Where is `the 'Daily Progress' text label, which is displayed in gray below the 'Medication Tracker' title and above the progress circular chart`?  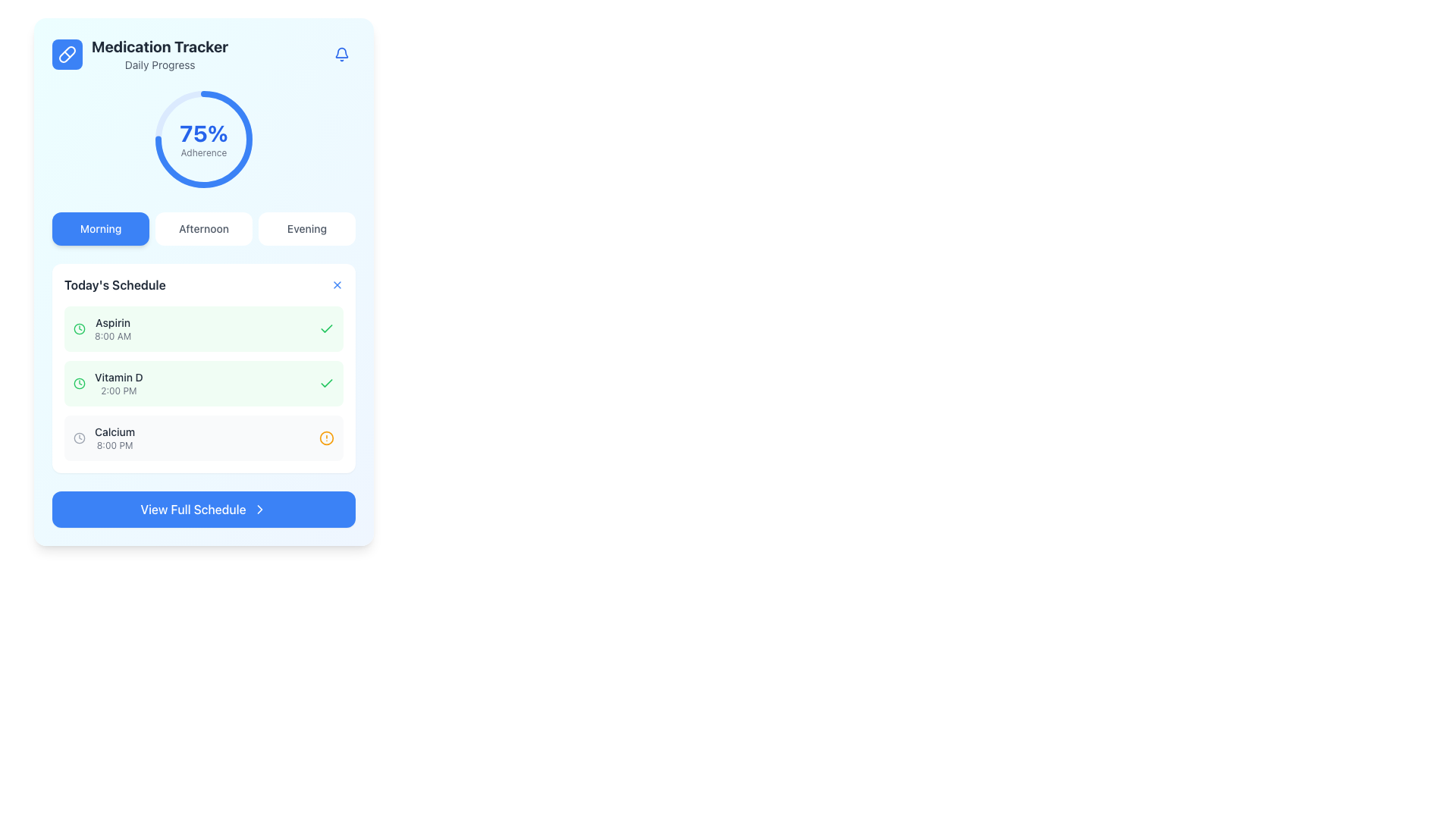
the 'Daily Progress' text label, which is displayed in gray below the 'Medication Tracker' title and above the progress circular chart is located at coordinates (160, 64).